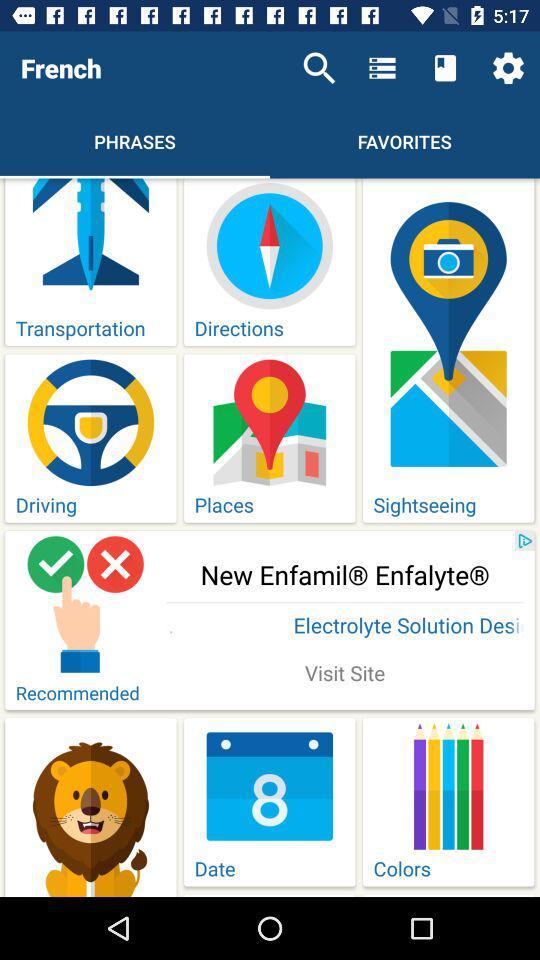  What do you see at coordinates (382, 68) in the screenshot?
I see `item above the favorites` at bounding box center [382, 68].